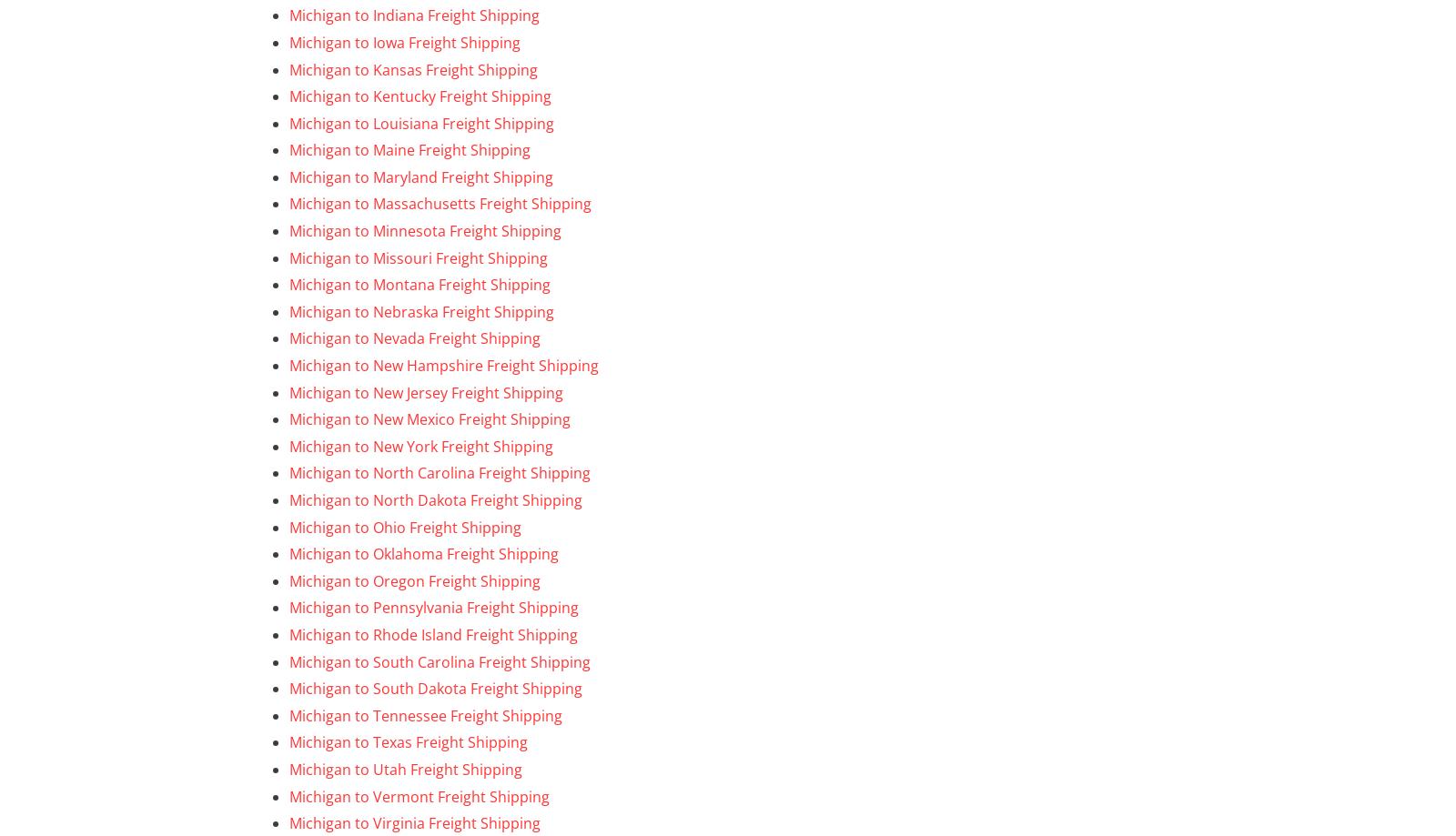 The width and height of the screenshot is (1456, 836). What do you see at coordinates (407, 741) in the screenshot?
I see `'Michigan to Texas Freight Shipping'` at bounding box center [407, 741].